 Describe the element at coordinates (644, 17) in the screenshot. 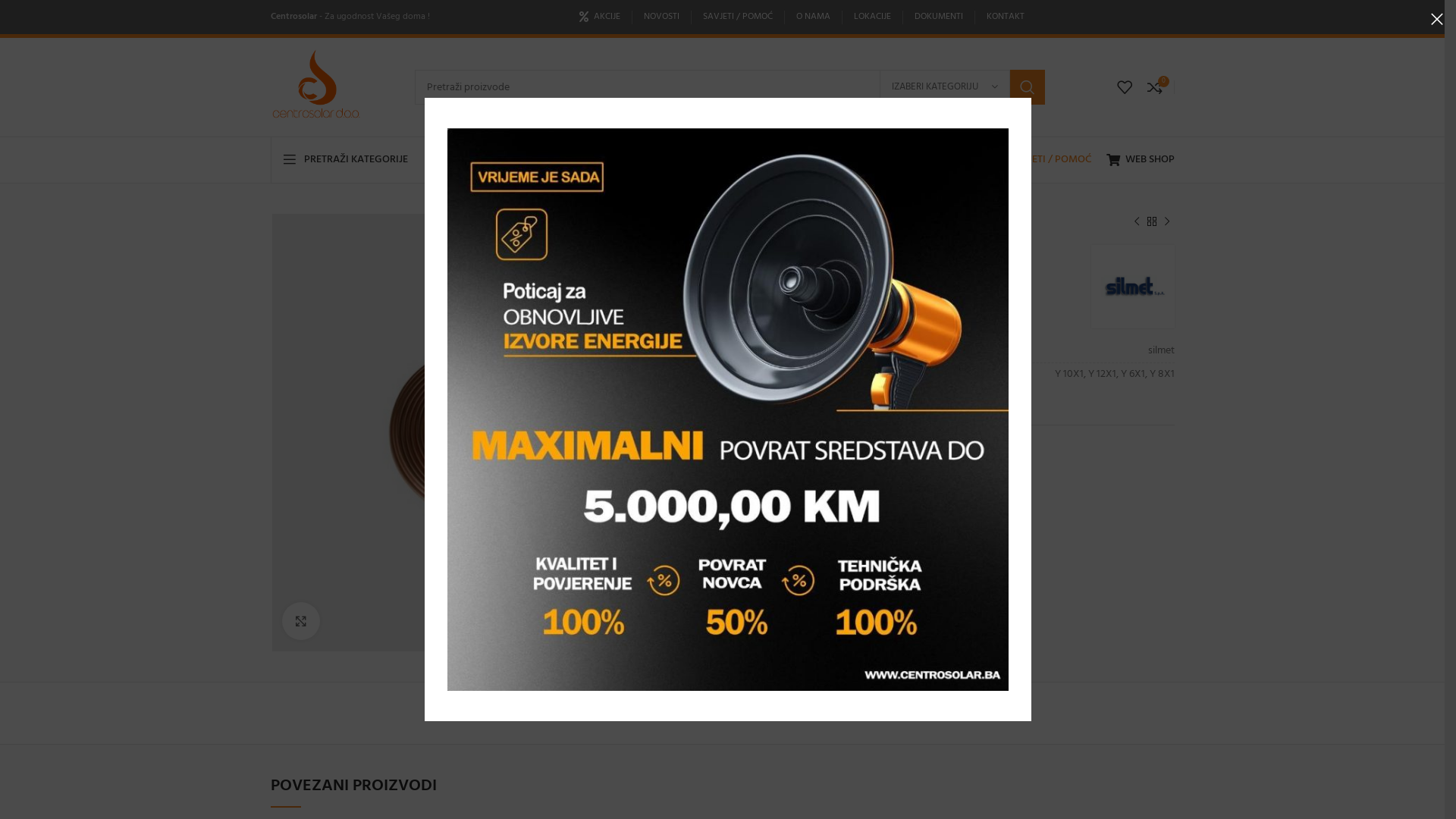

I see `'NOVOSTI'` at that location.